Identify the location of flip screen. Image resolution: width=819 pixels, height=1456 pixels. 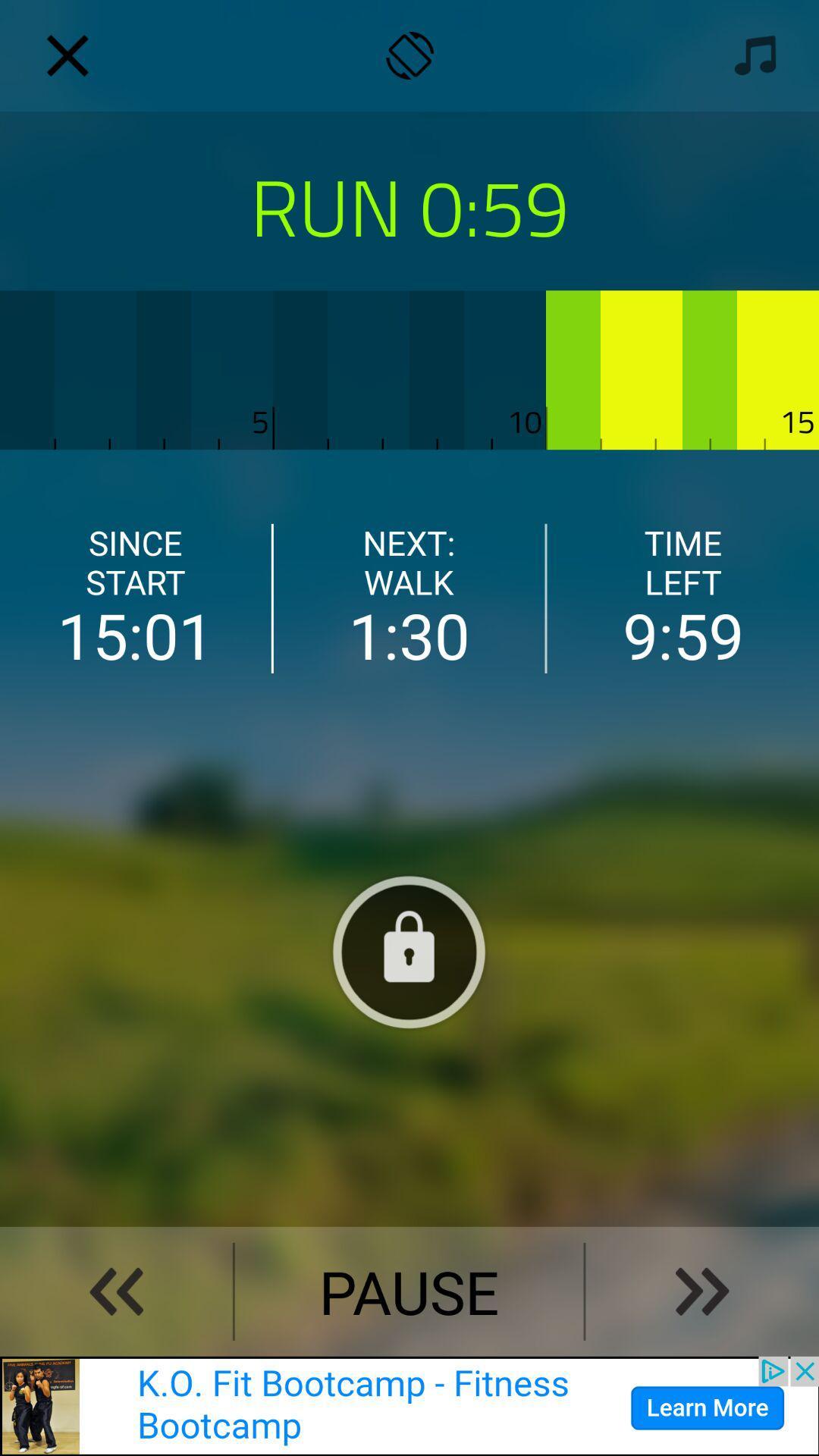
(409, 55).